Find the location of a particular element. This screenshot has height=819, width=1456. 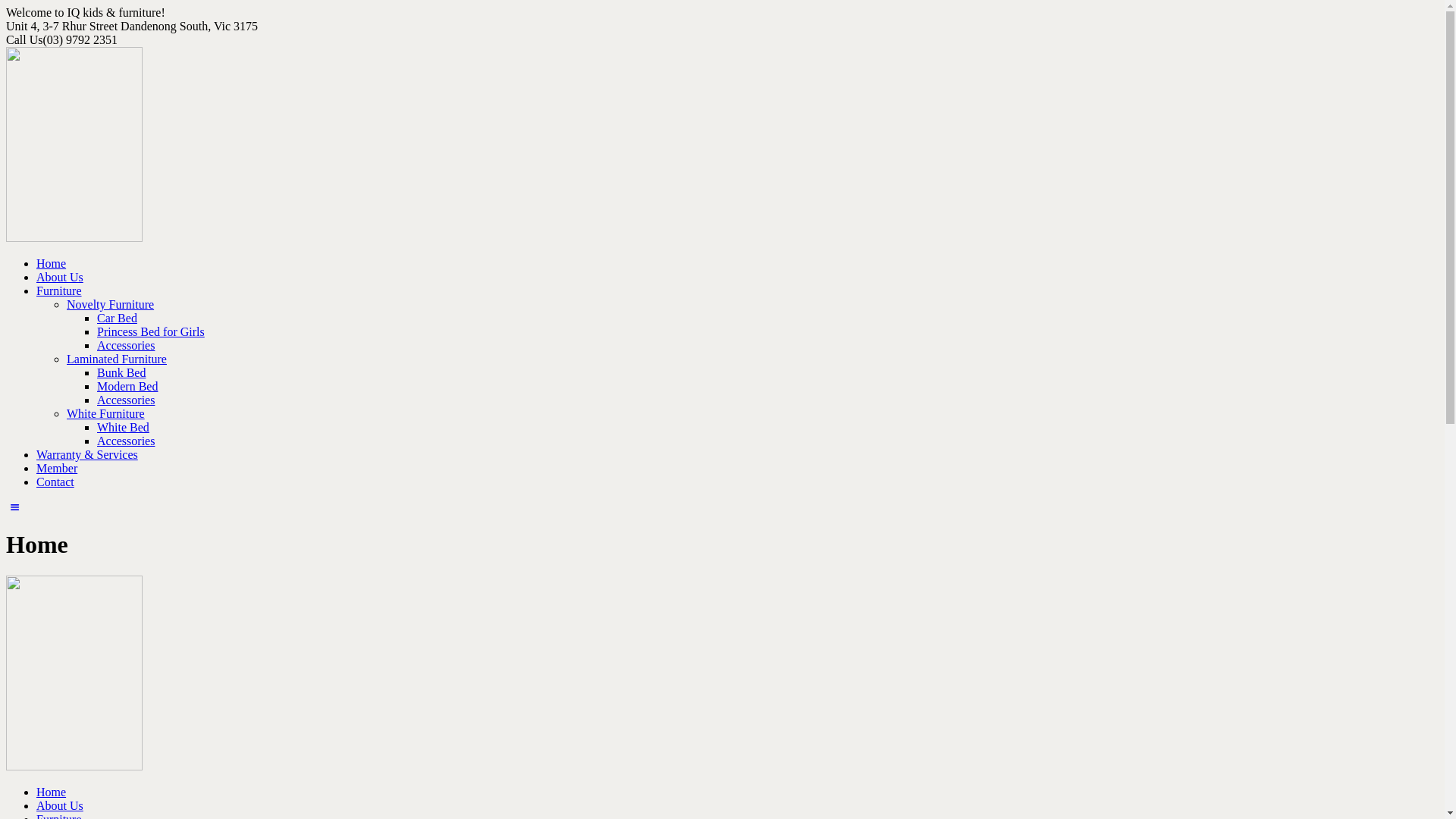

'Contact' is located at coordinates (55, 482).